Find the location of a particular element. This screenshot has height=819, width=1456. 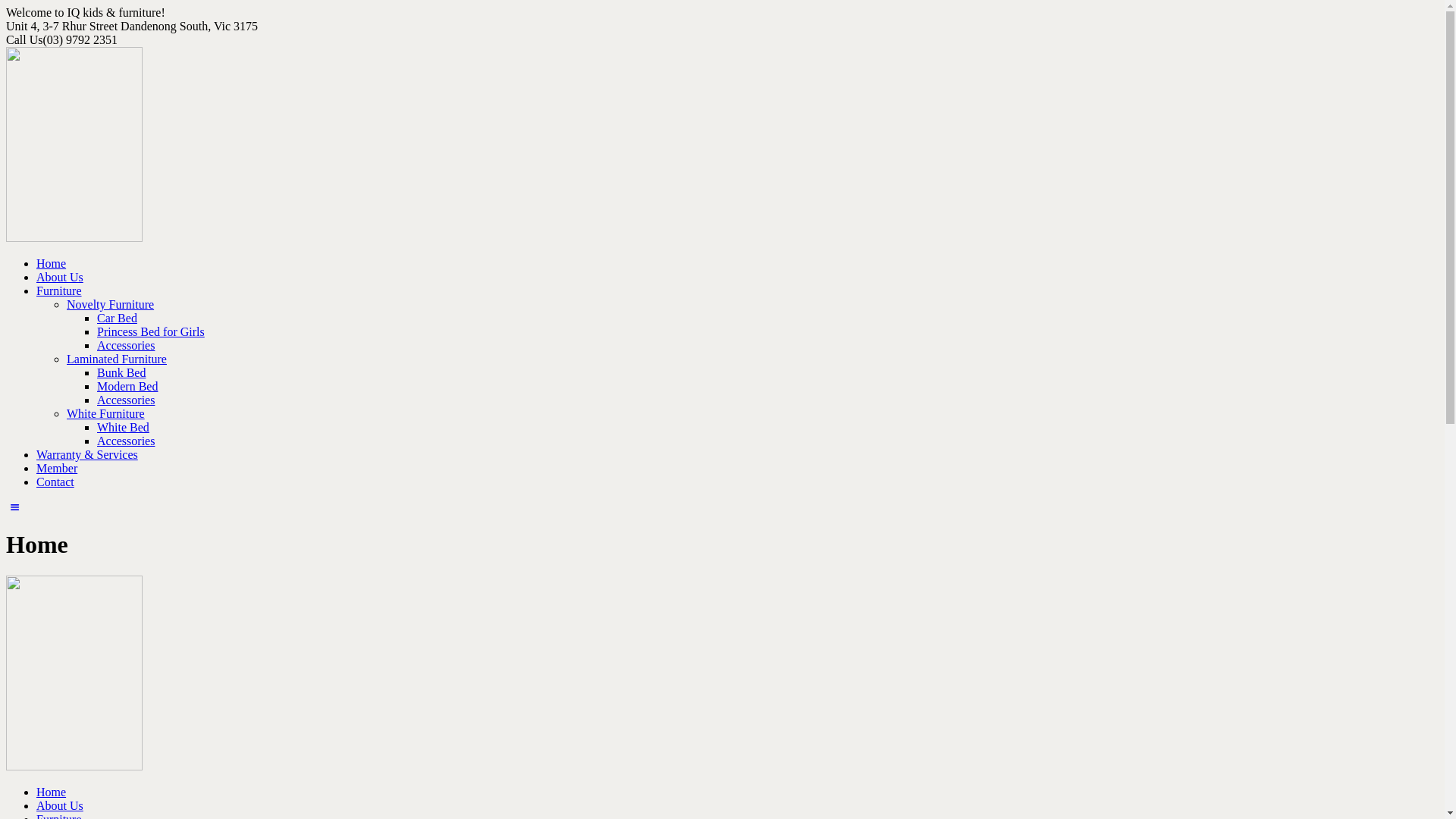

'Contact' is located at coordinates (55, 482).